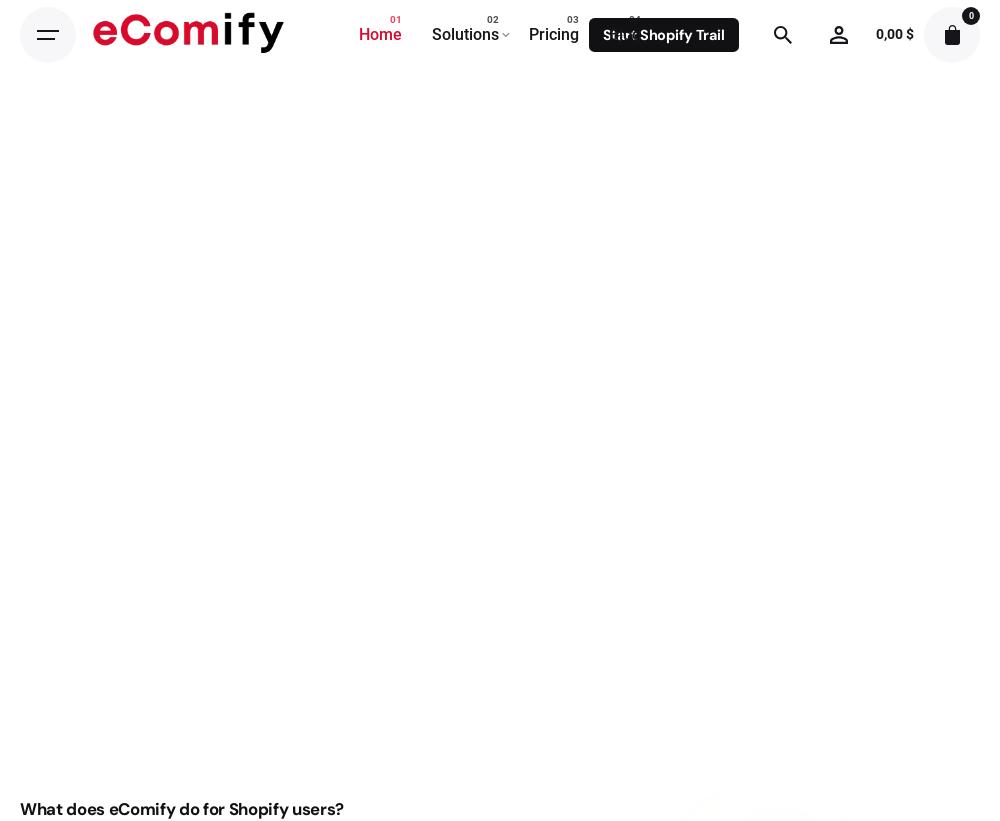 Image resolution: width=1000 pixels, height=821 pixels. What do you see at coordinates (358, 32) in the screenshot?
I see `'Home'` at bounding box center [358, 32].